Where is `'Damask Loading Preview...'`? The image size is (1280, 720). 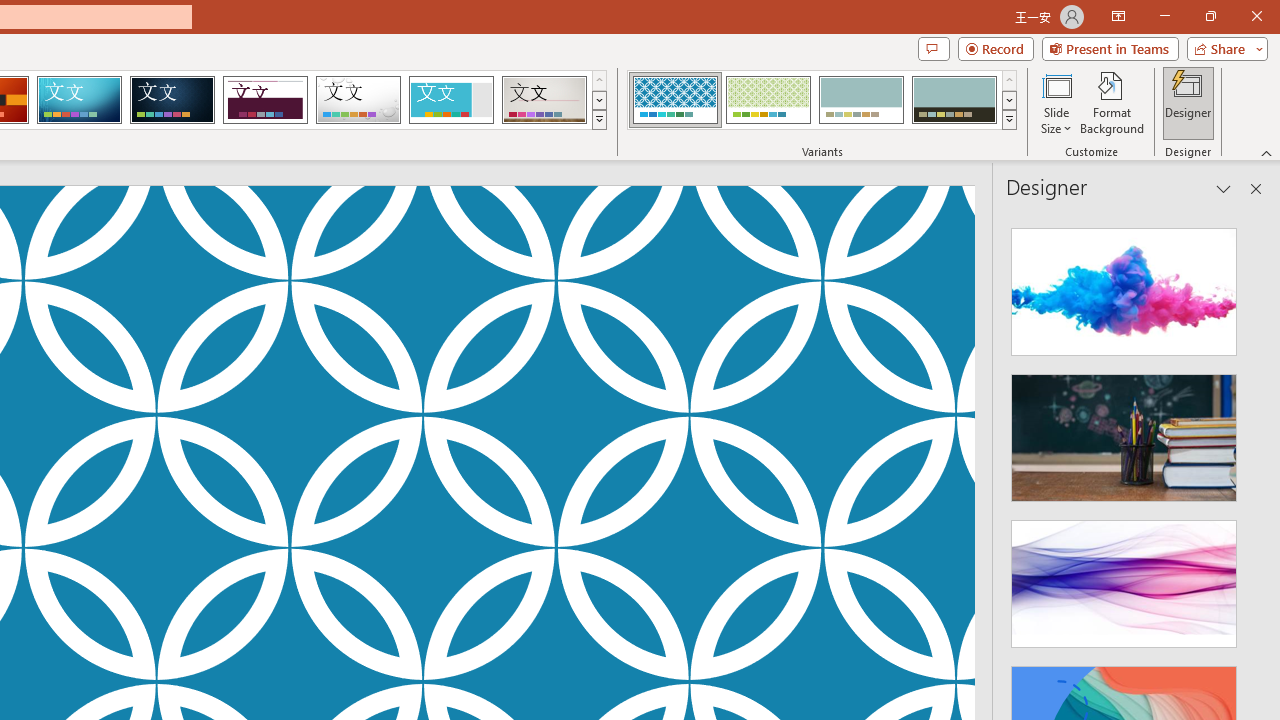
'Damask Loading Preview...' is located at coordinates (172, 100).